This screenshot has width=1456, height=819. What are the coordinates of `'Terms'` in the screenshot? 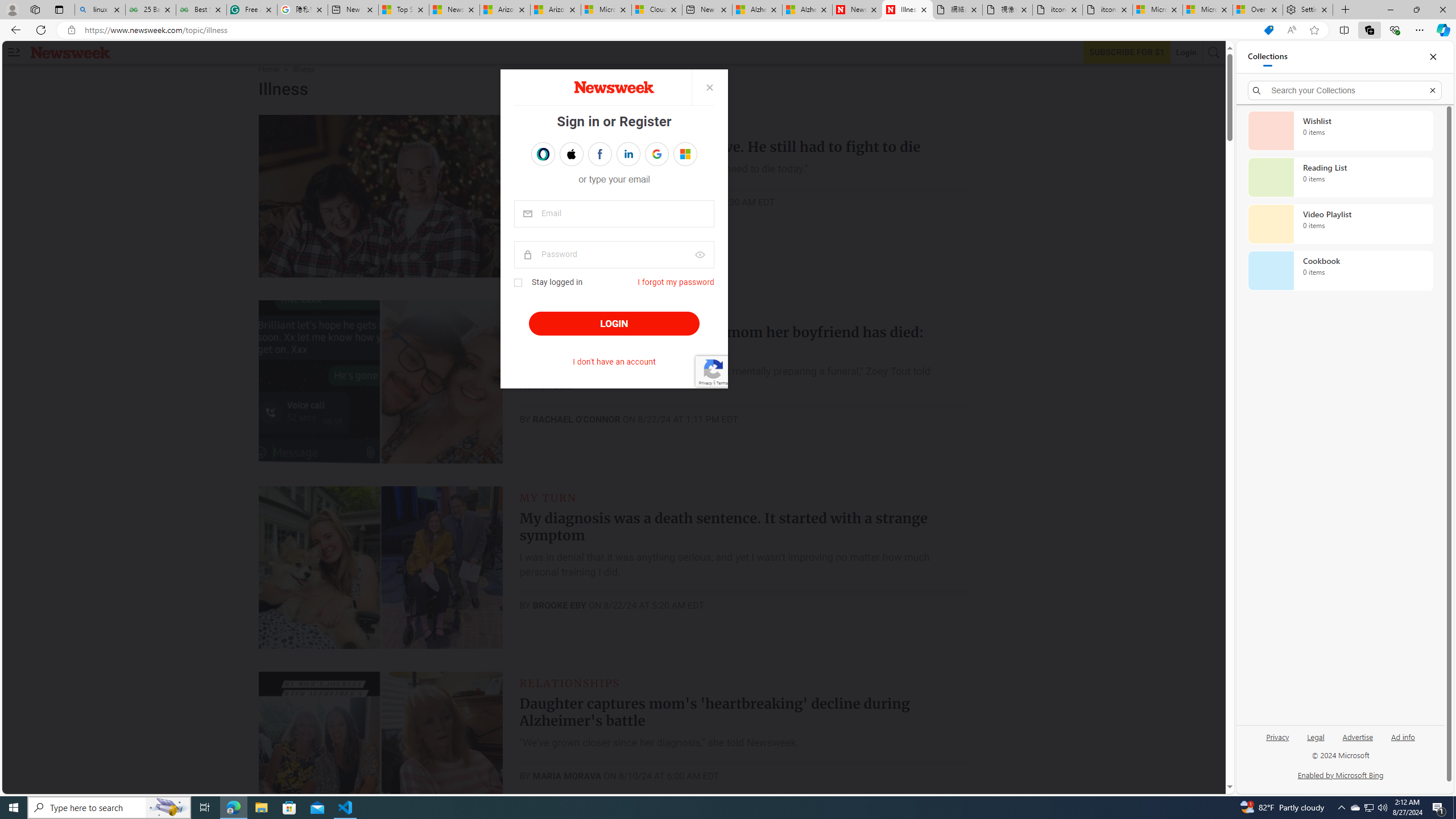 It's located at (721, 382).